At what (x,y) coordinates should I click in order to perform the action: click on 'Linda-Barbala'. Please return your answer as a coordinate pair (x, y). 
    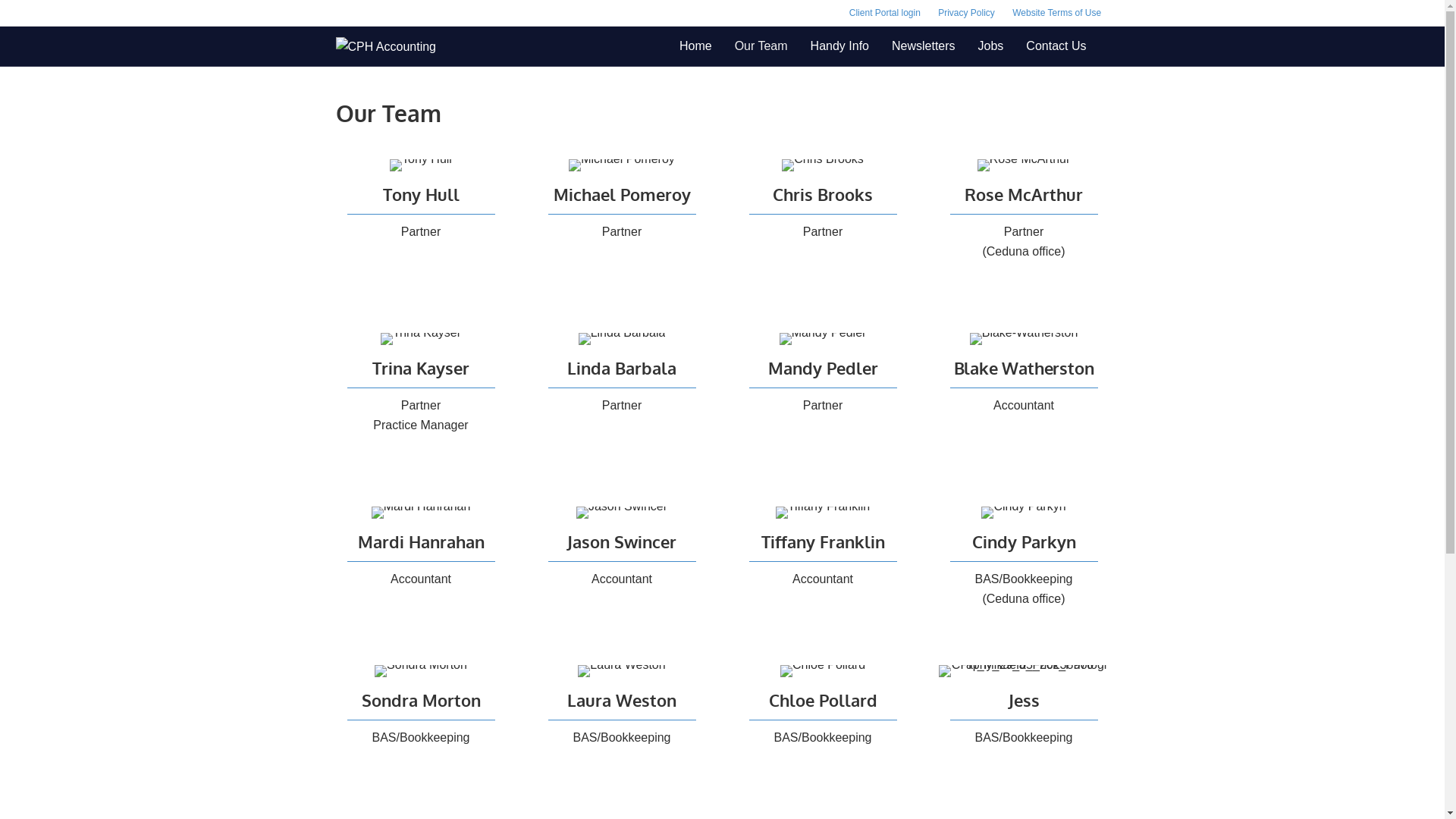
    Looking at the image, I should click on (622, 338).